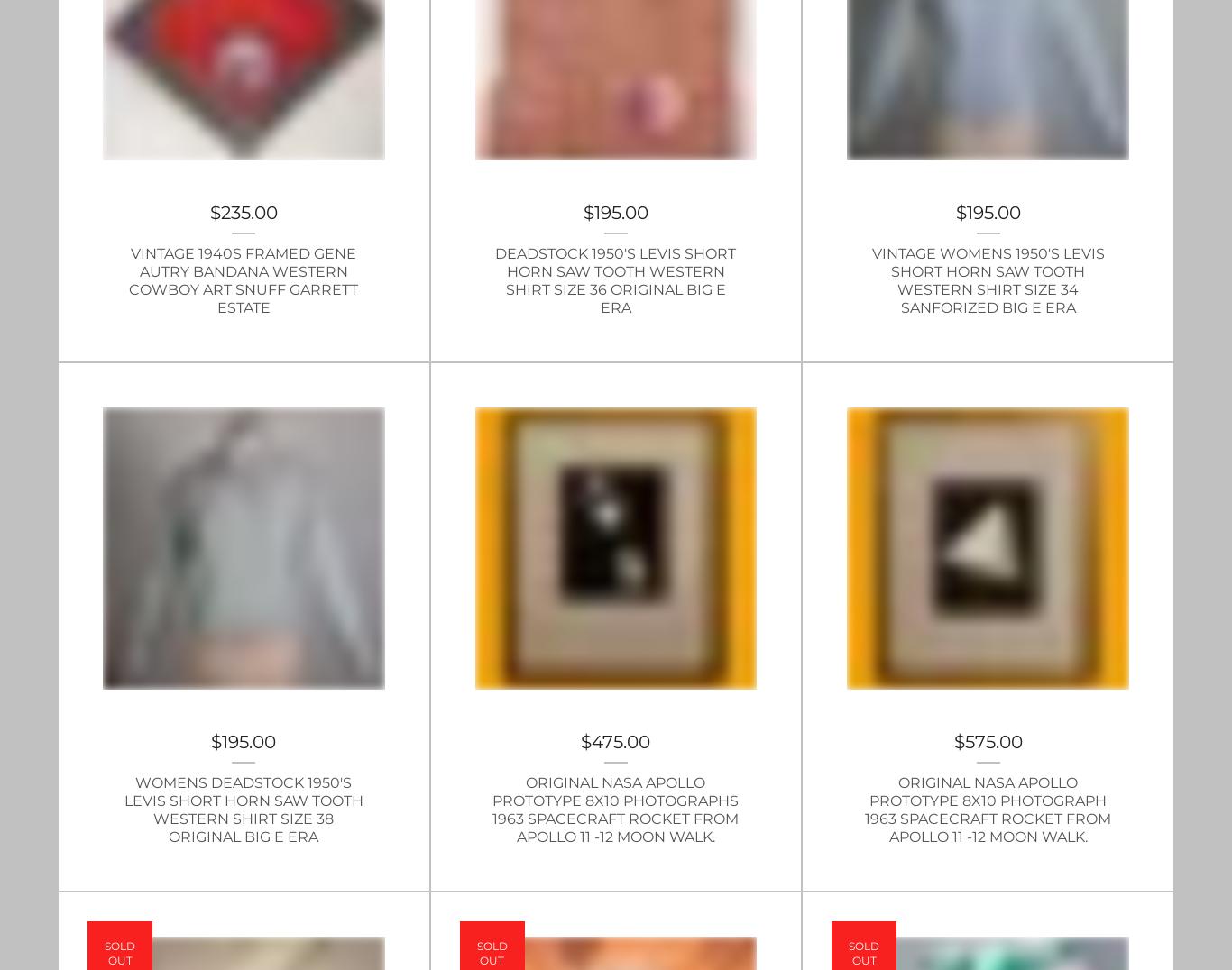  What do you see at coordinates (494, 279) in the screenshot?
I see `'Deadstock 1950's LEVIS Short Horn Saw Tooth Western Shirt Size 36 Original Big E Era'` at bounding box center [494, 279].